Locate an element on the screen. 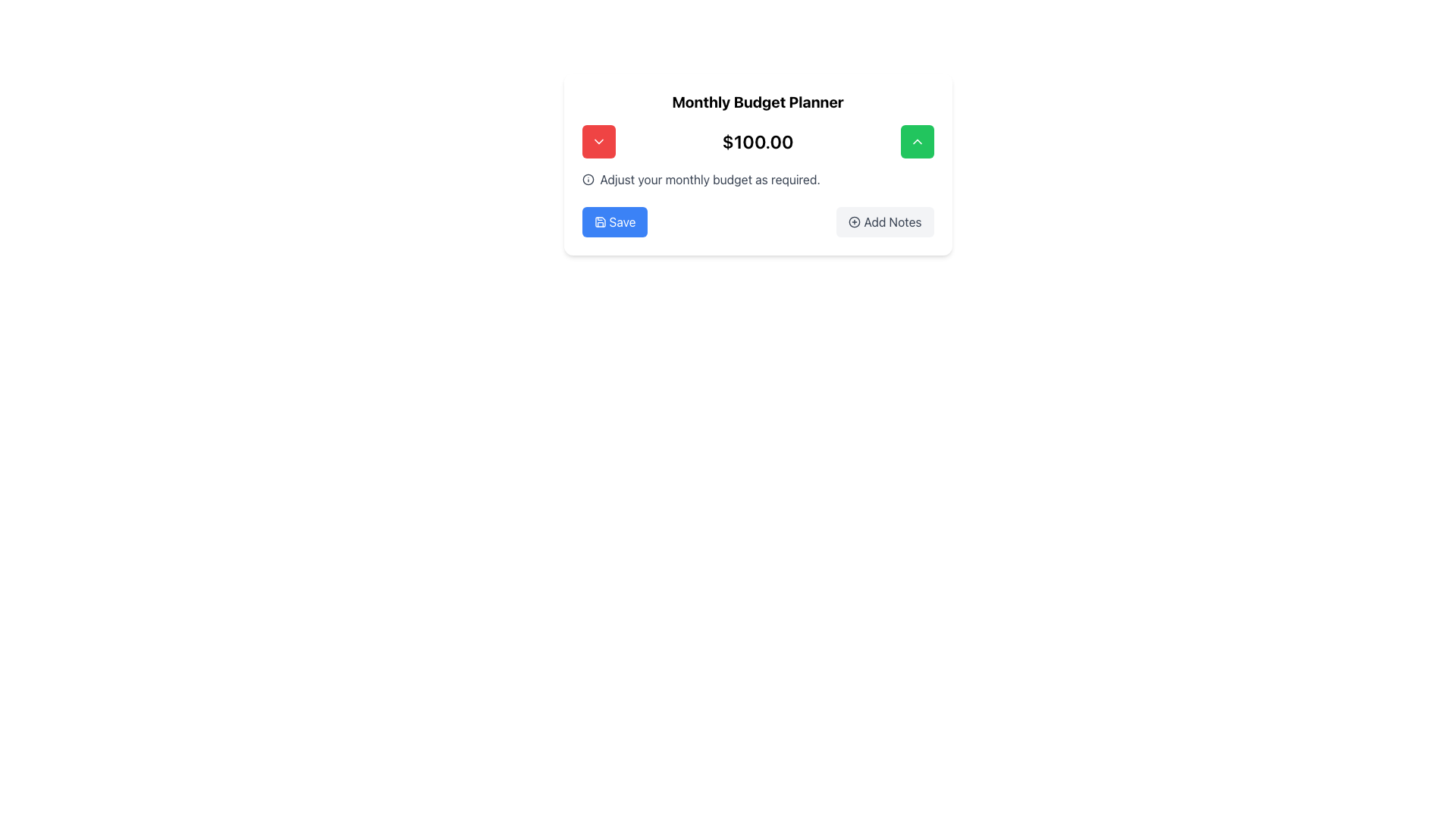  the information icon, represented as a lowercase 'i' within a circle, located to the left of the text 'Adjust your monthly budget as required.' is located at coordinates (587, 178).